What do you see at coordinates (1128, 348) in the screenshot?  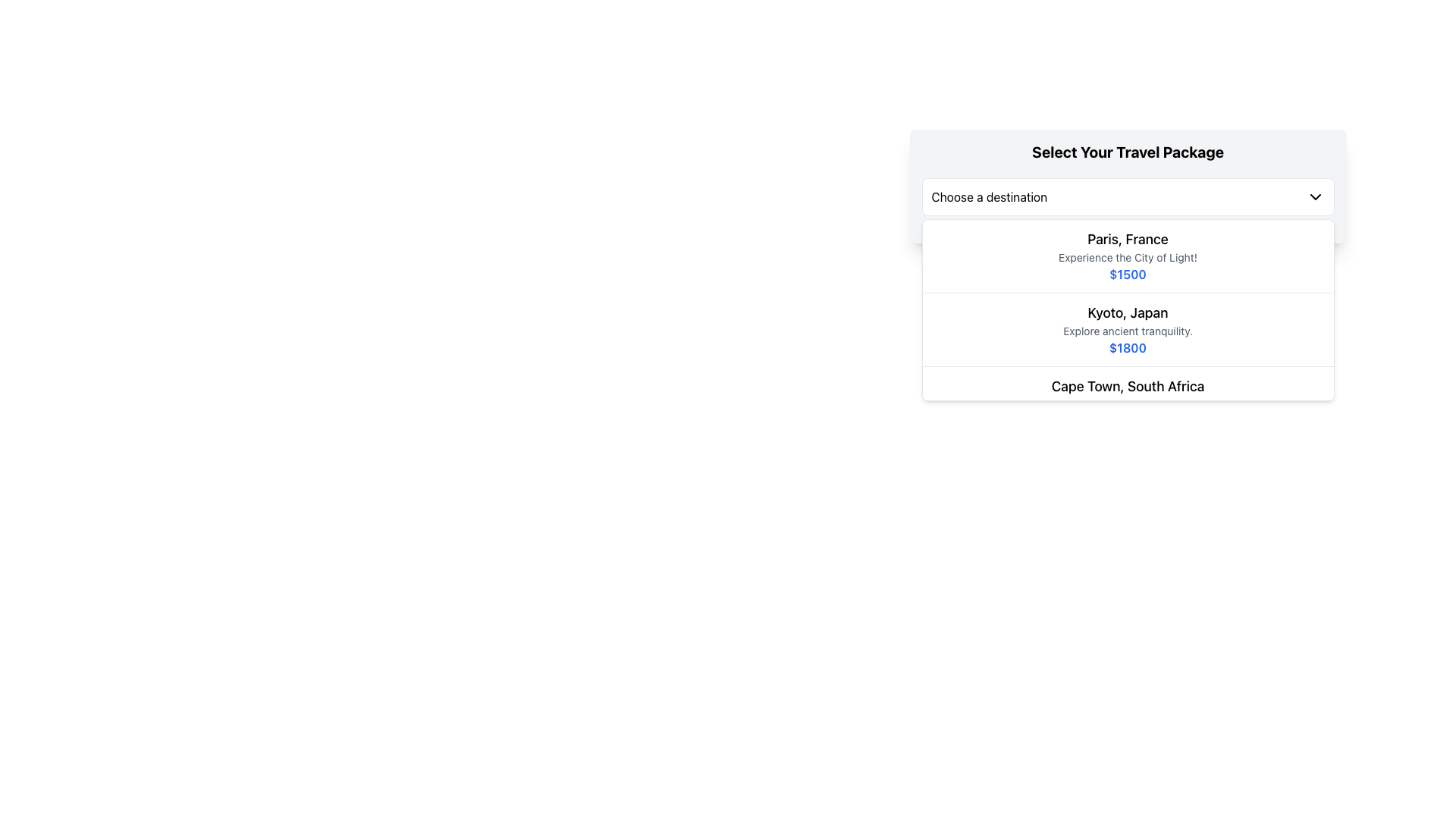 I see `the text label displaying the value '$1800', which is styled in blue color and bold font, positioned below 'Explore ancient tranquility.' in the 'Kyoto, Japan' section of the travel selection interface` at bounding box center [1128, 348].